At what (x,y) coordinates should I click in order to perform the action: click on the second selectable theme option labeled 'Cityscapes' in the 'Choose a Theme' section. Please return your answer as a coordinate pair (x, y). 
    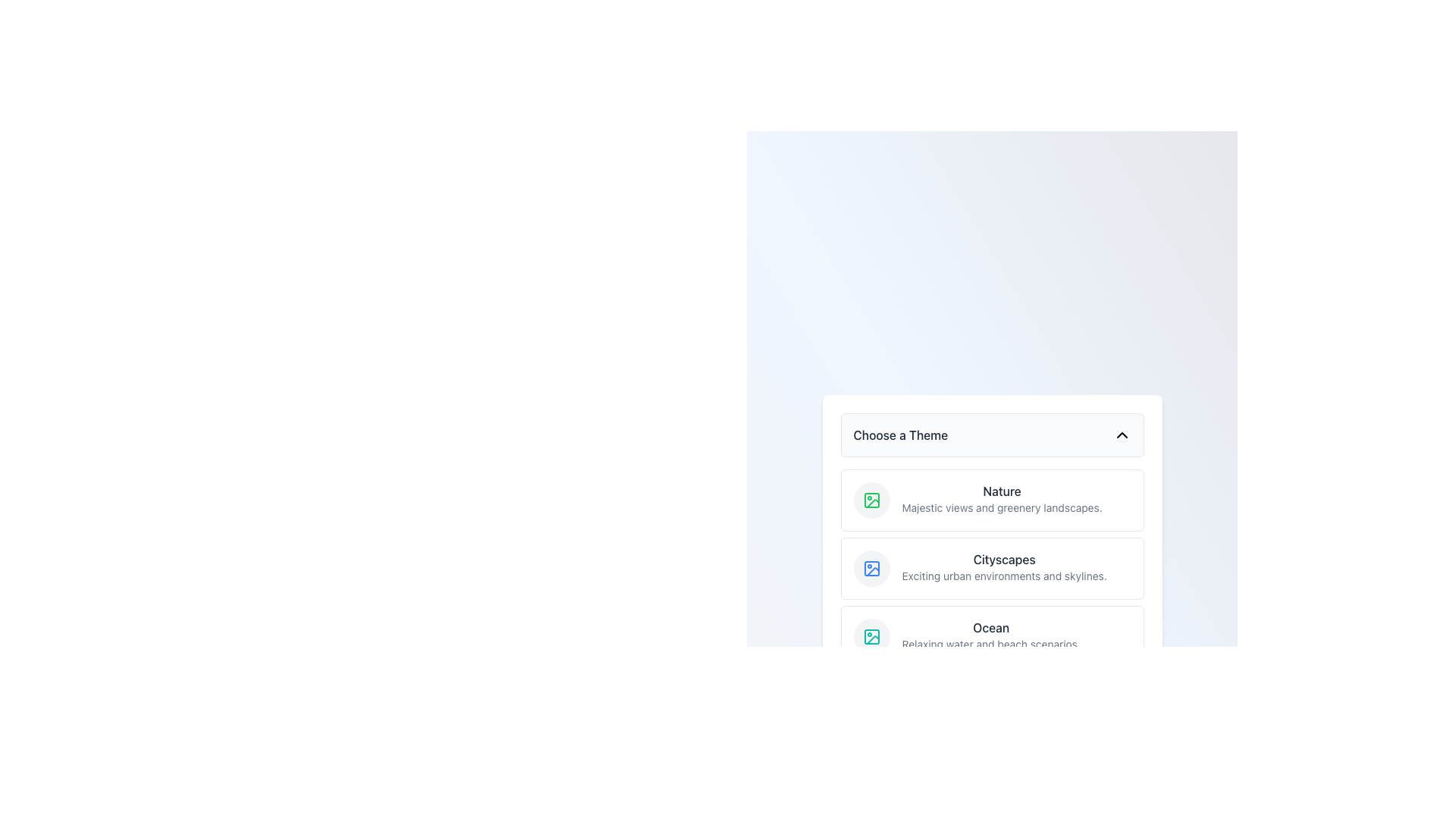
    Looking at the image, I should click on (992, 568).